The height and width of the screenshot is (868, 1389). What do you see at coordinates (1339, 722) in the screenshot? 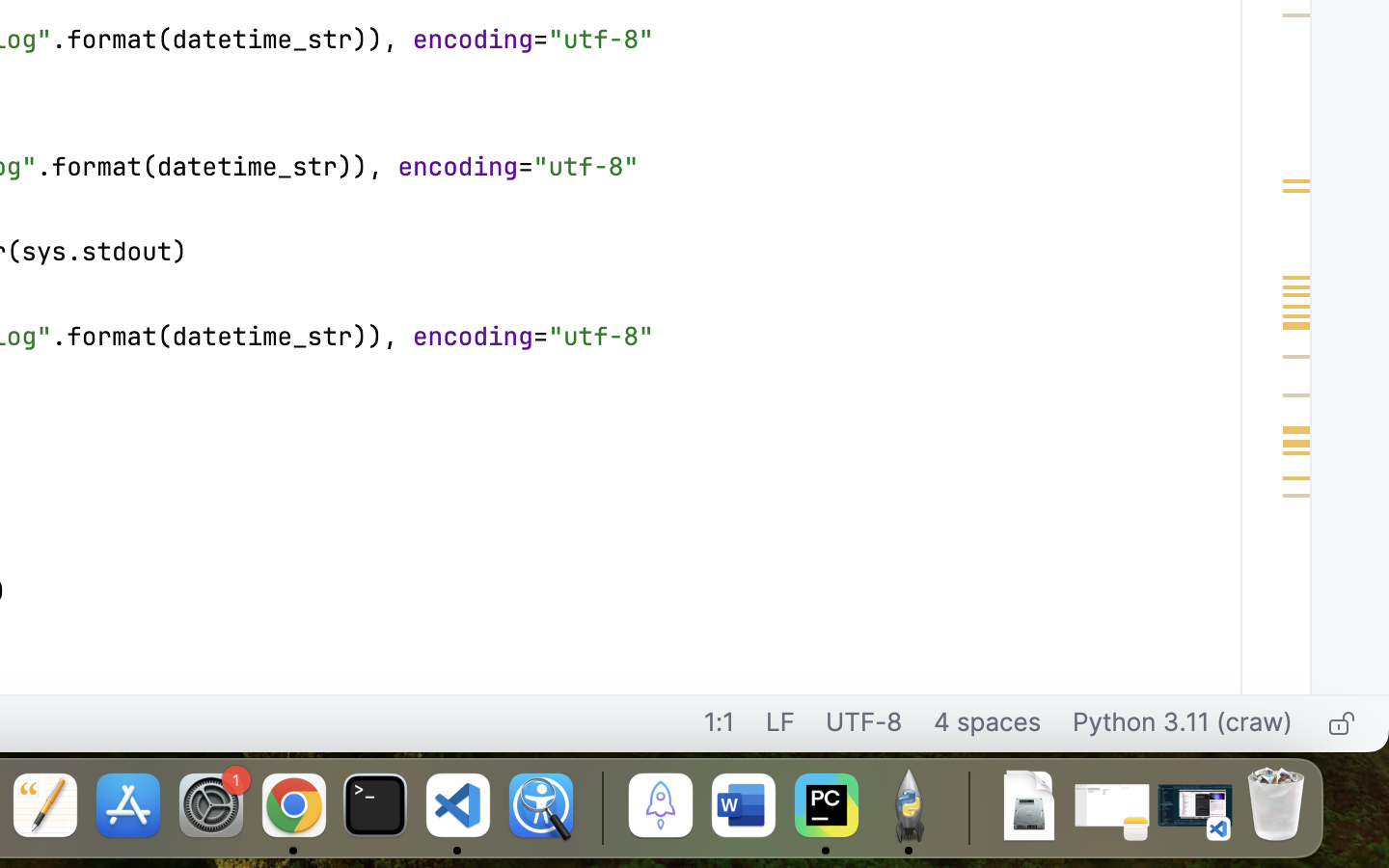
I see `'Make file read-only'` at bounding box center [1339, 722].